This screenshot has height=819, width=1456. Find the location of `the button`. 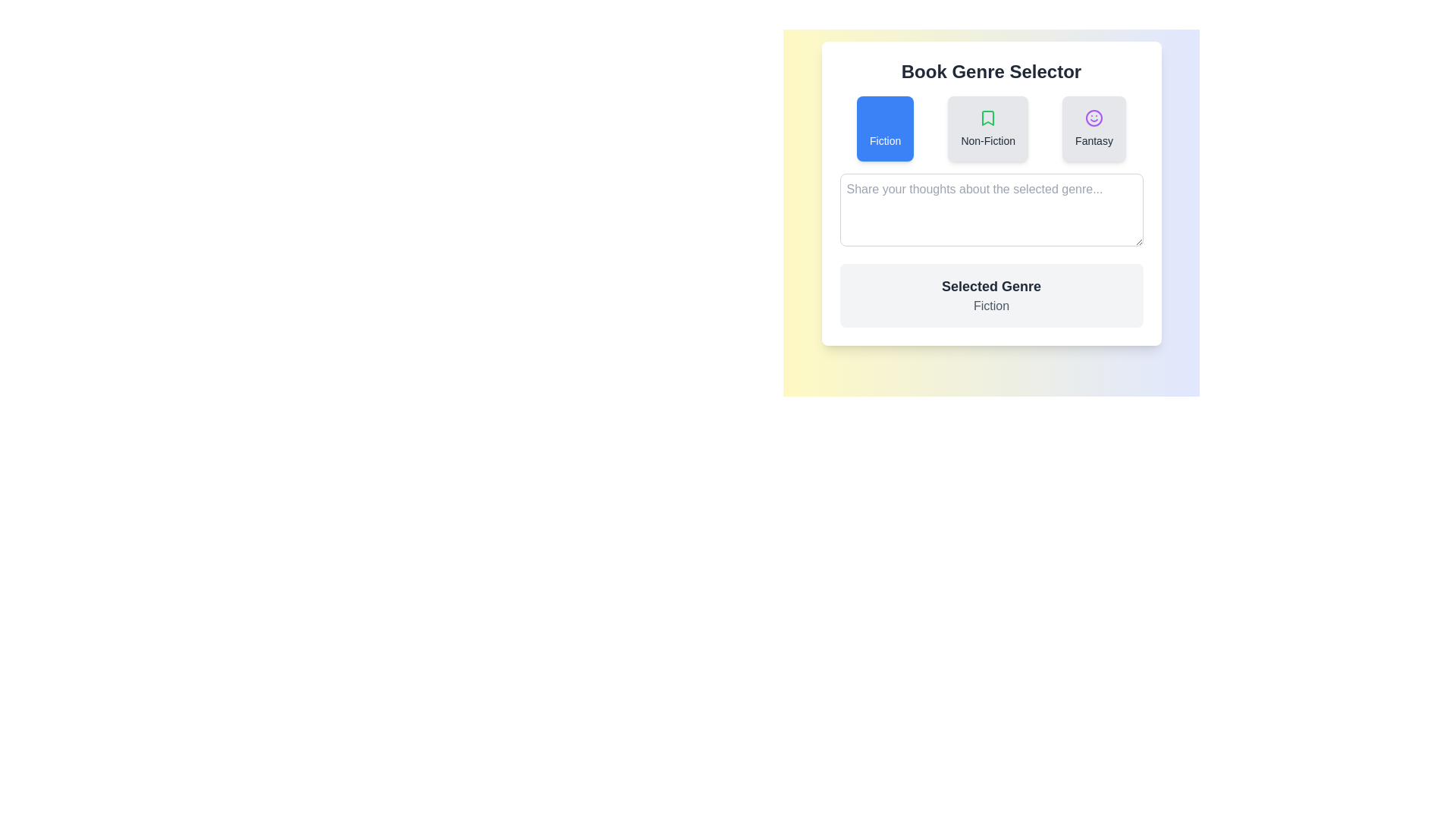

the button is located at coordinates (988, 127).